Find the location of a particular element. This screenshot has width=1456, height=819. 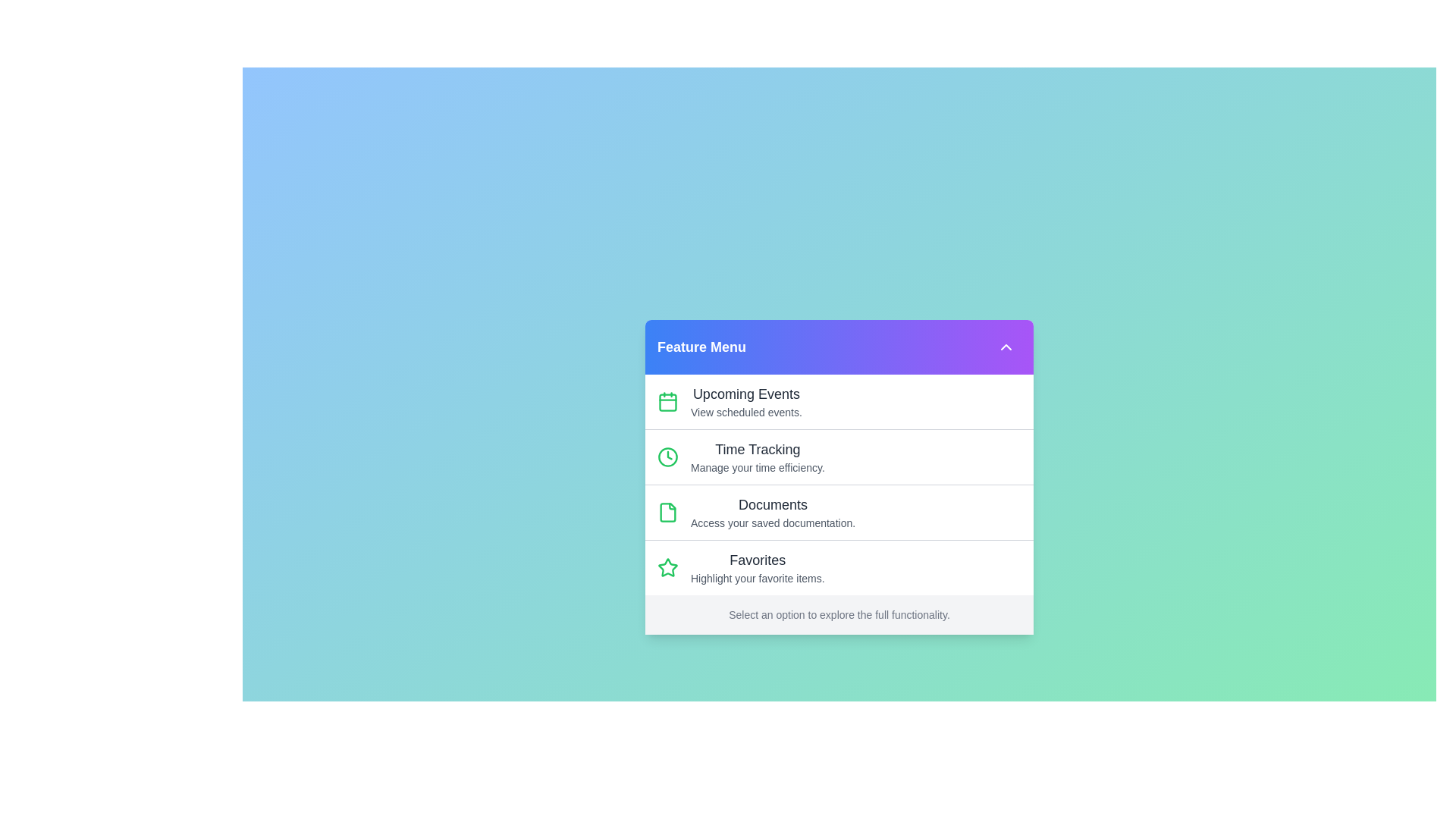

the menu item labeled 'Favorites' to highlight it is located at coordinates (839, 567).